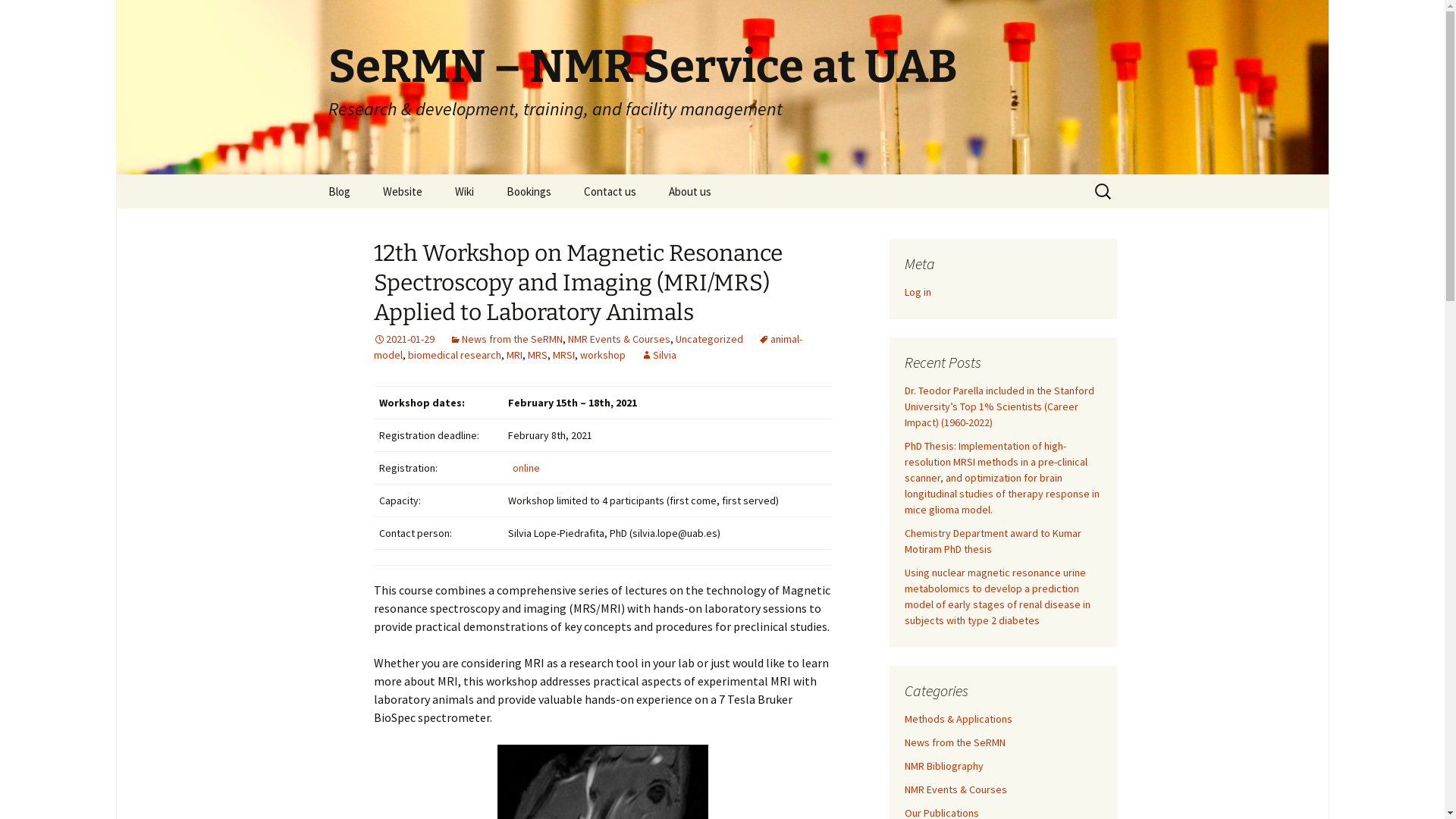 This screenshot has width=1456, height=819. I want to click on 'Contact form', so click(644, 225).